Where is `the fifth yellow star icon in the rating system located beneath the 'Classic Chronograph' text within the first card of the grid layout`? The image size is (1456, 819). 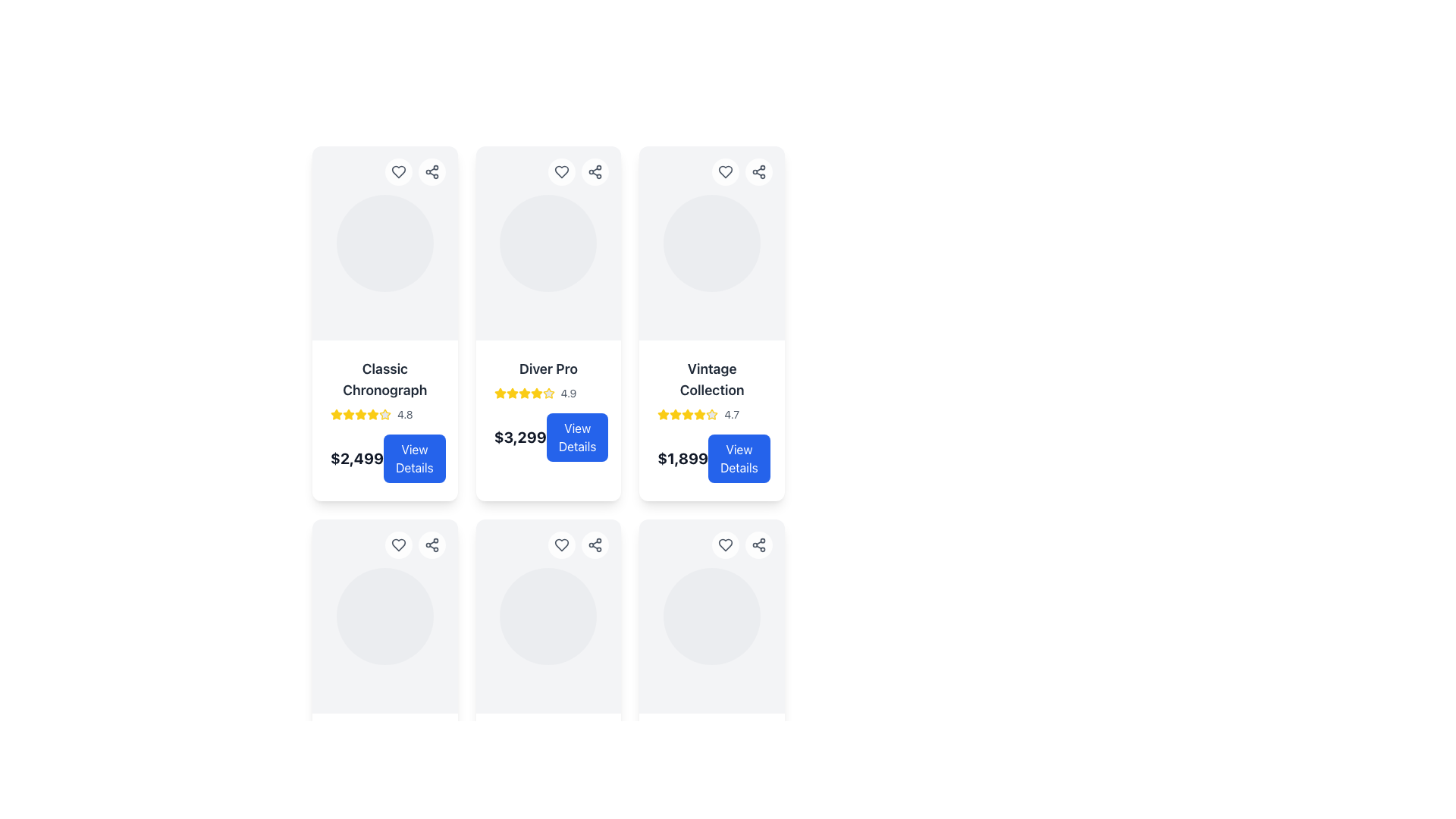 the fifth yellow star icon in the rating system located beneath the 'Classic Chronograph' text within the first card of the grid layout is located at coordinates (359, 415).